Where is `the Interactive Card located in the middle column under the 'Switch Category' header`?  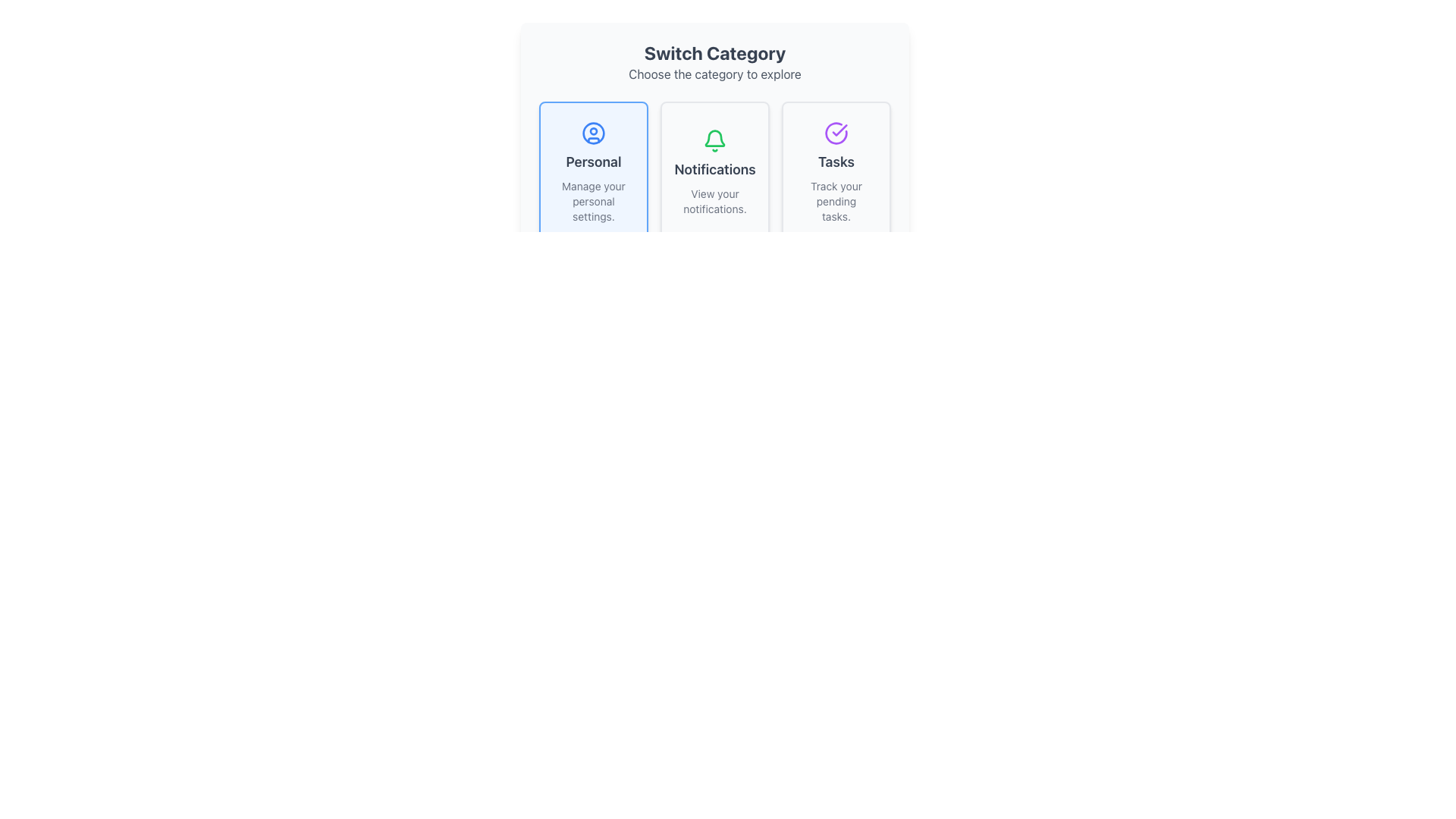
the Interactive Card located in the middle column under the 'Switch Category' header is located at coordinates (714, 171).